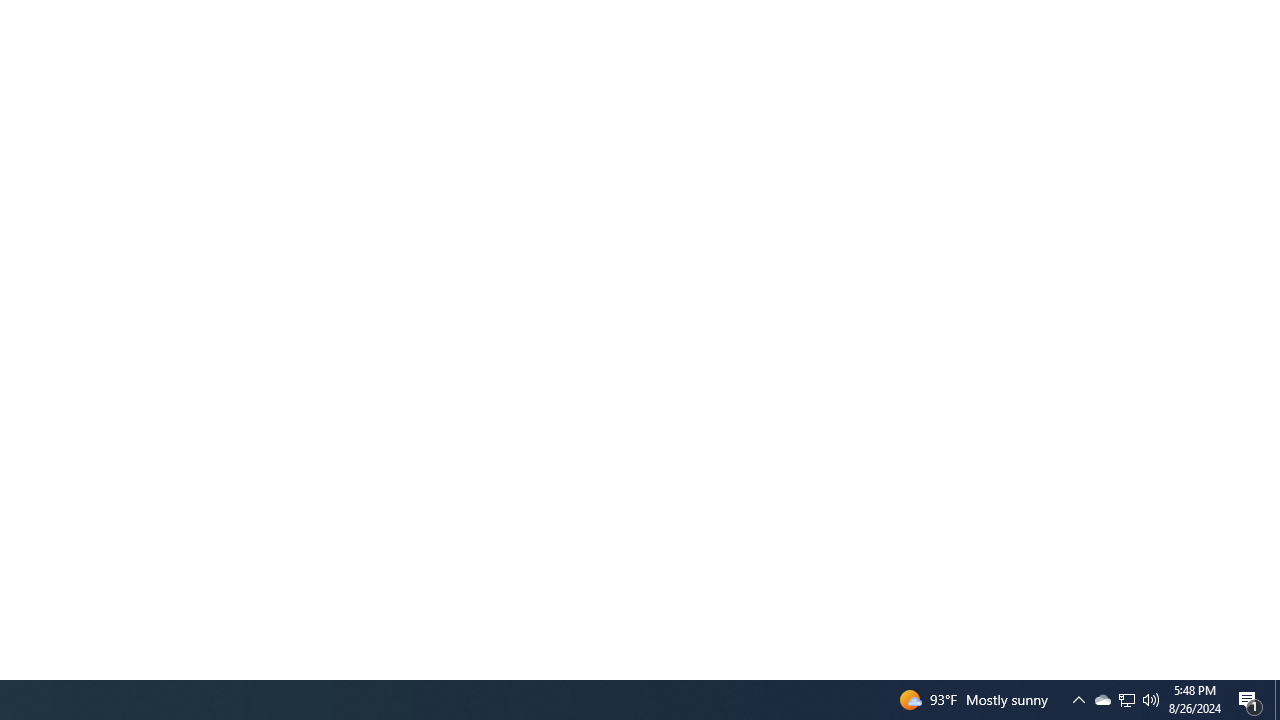  What do you see at coordinates (1127, 698) in the screenshot?
I see `'Q2790: 100%'` at bounding box center [1127, 698].